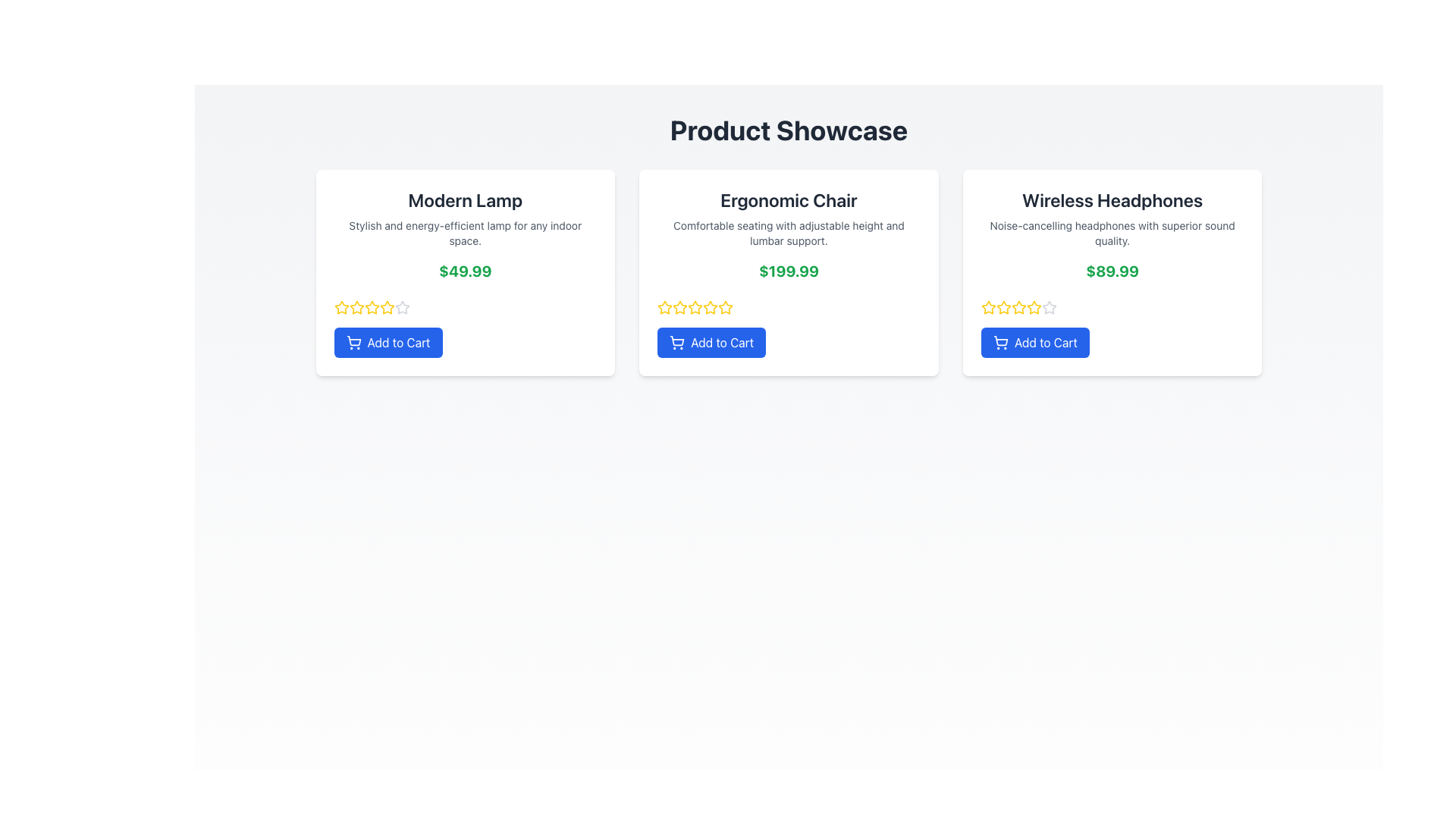  Describe the element at coordinates (789, 199) in the screenshot. I see `the 'Ergonomic Chair' text label, which serves as the product title and is located at the top of the middle product card in a three-column layout` at that location.